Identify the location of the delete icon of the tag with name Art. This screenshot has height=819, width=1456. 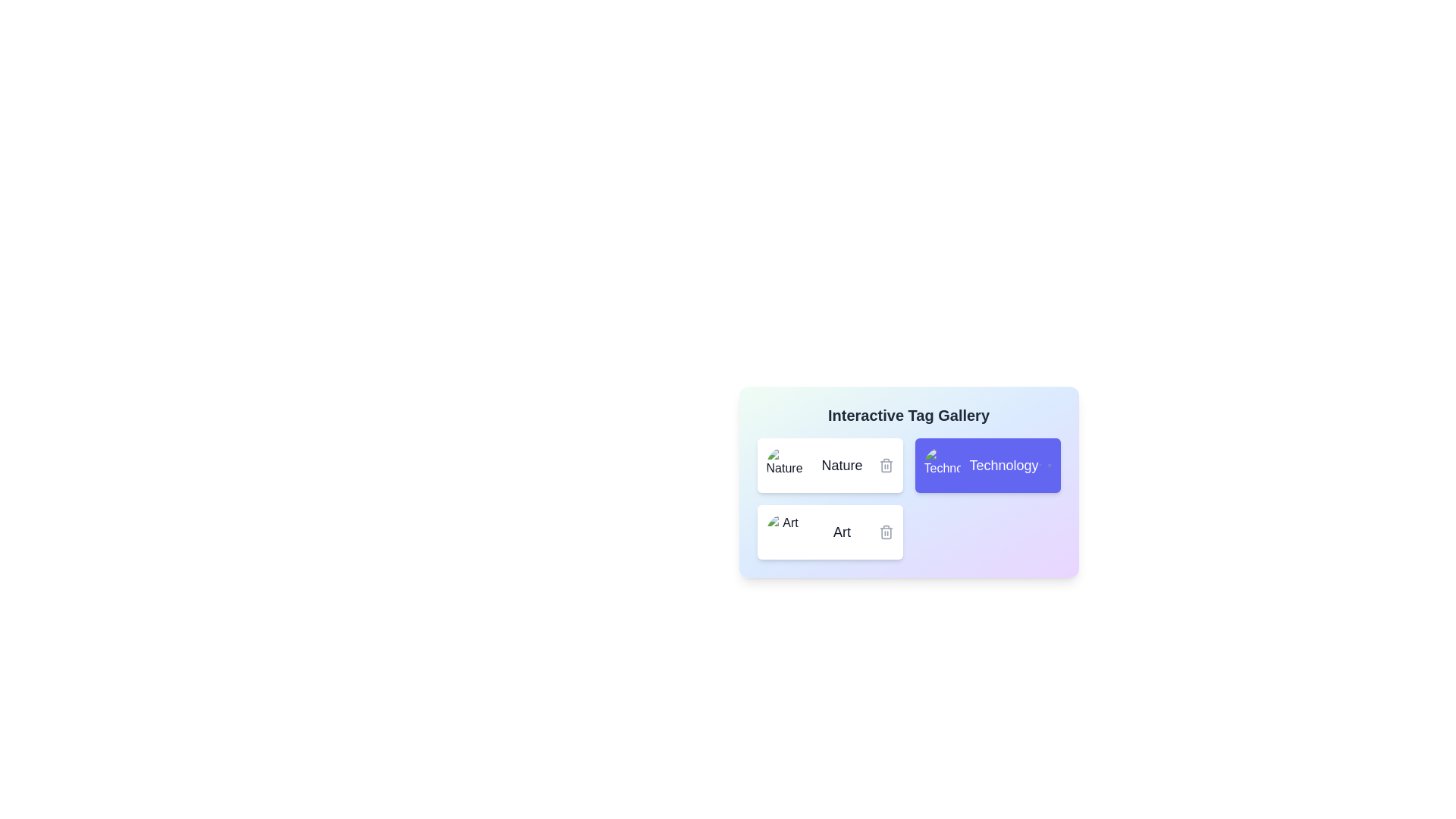
(886, 532).